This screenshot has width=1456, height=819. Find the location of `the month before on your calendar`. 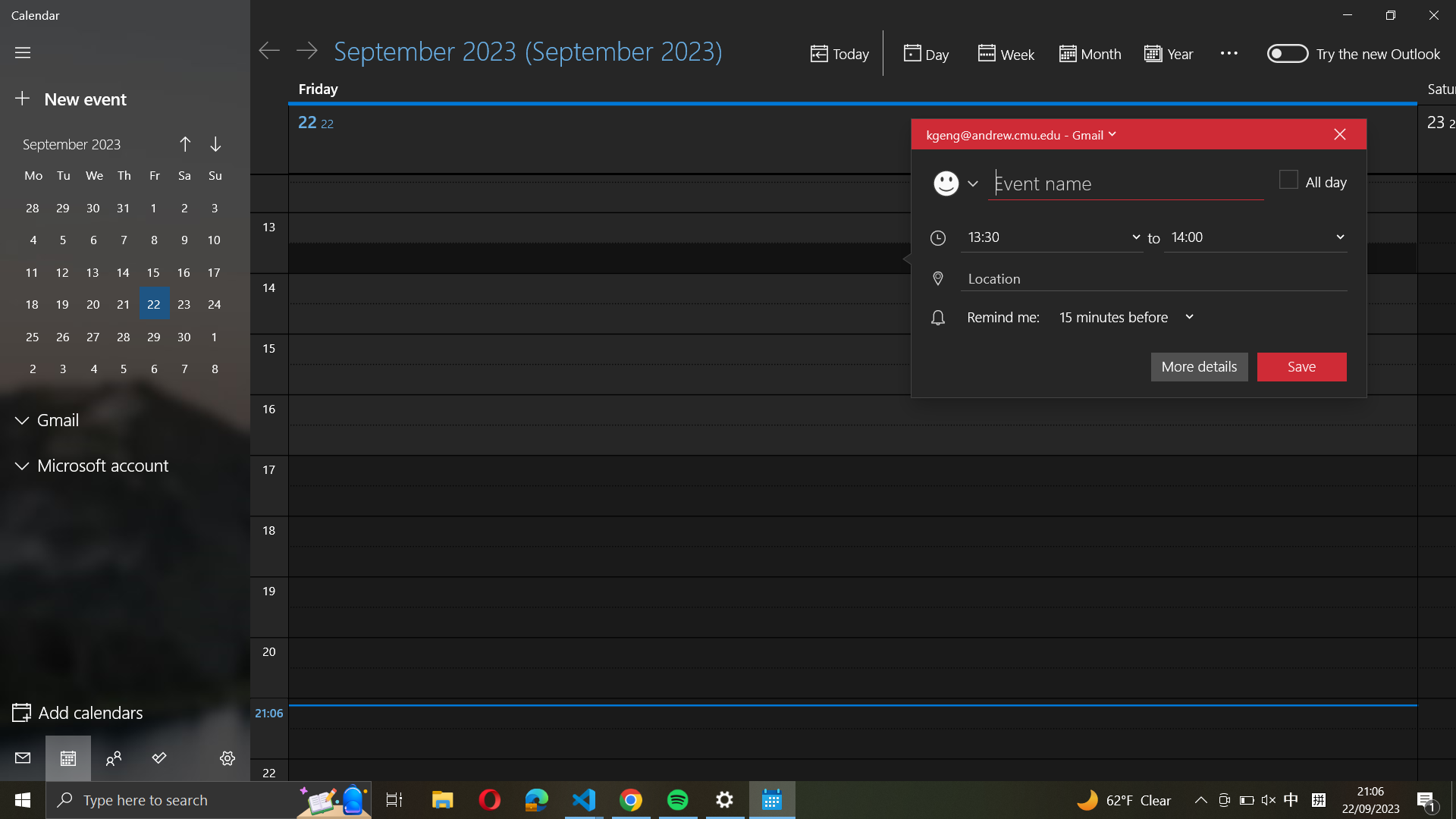

the month before on your calendar is located at coordinates (184, 146).